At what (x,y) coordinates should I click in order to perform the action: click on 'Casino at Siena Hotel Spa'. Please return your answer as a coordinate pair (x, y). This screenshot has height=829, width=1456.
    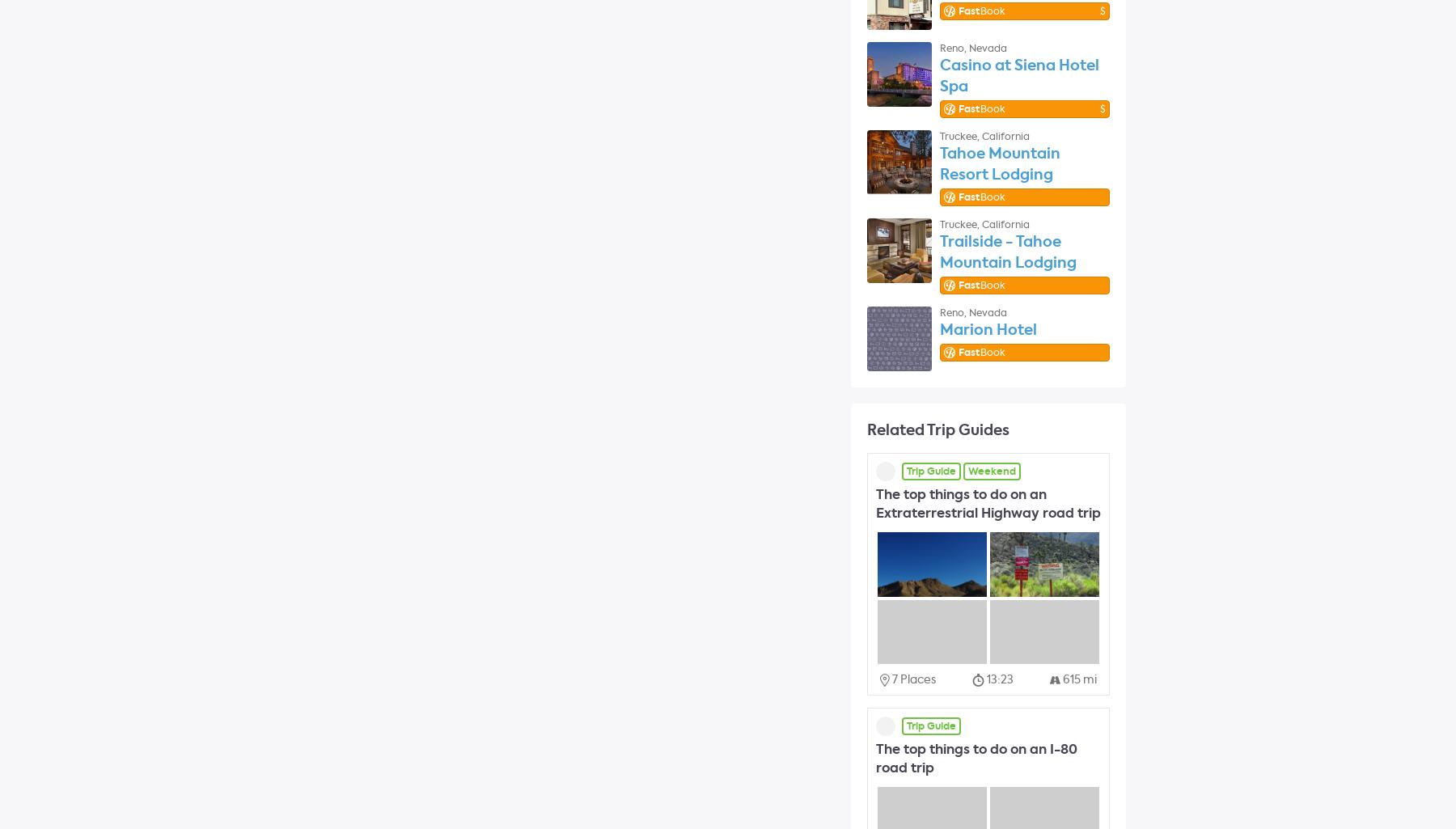
    Looking at the image, I should click on (1019, 74).